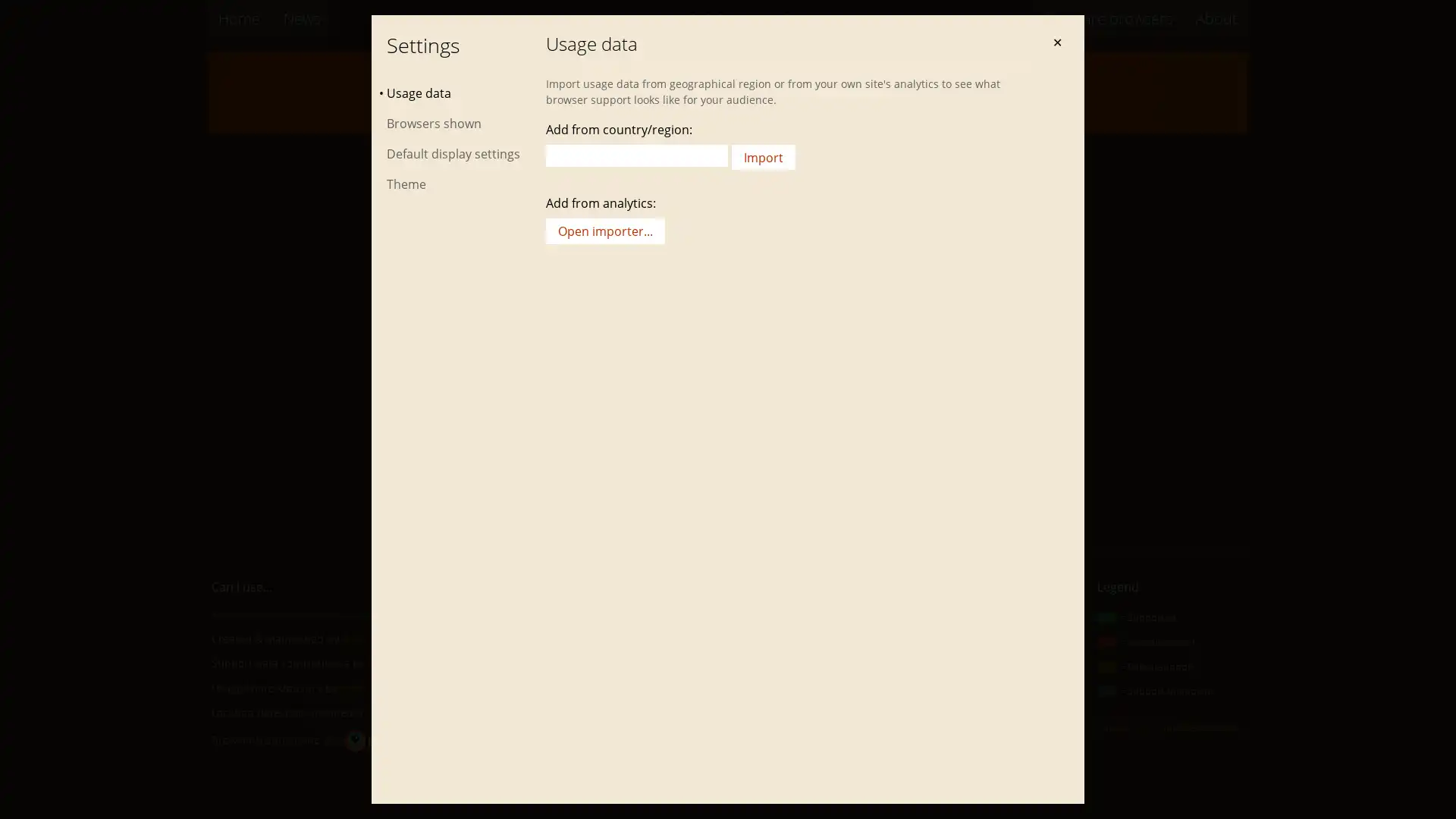 Image resolution: width=1456 pixels, height=819 pixels. What do you see at coordinates (764, 157) in the screenshot?
I see `Import` at bounding box center [764, 157].